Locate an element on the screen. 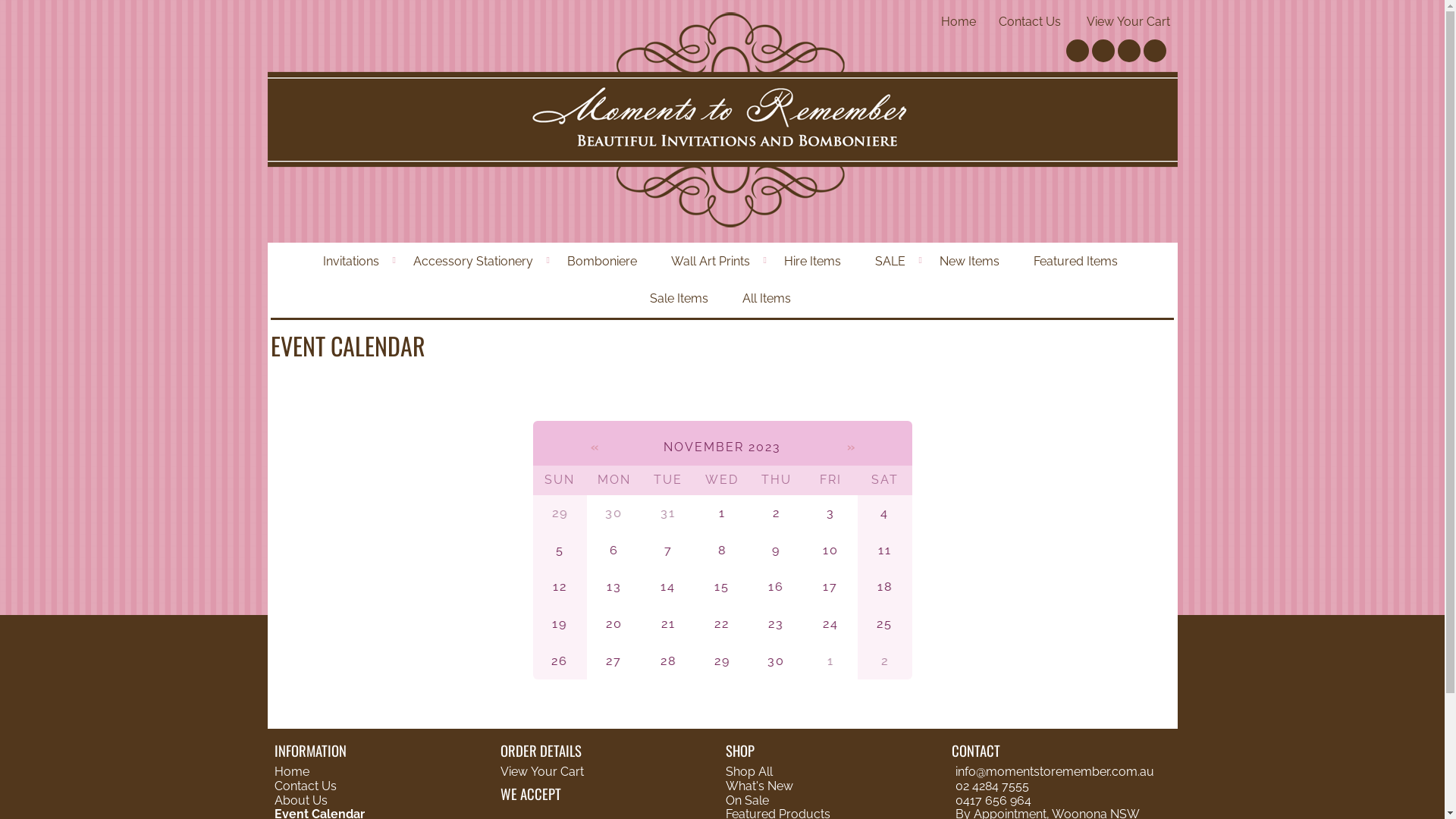  'Wall Art Prints' is located at coordinates (655, 261).